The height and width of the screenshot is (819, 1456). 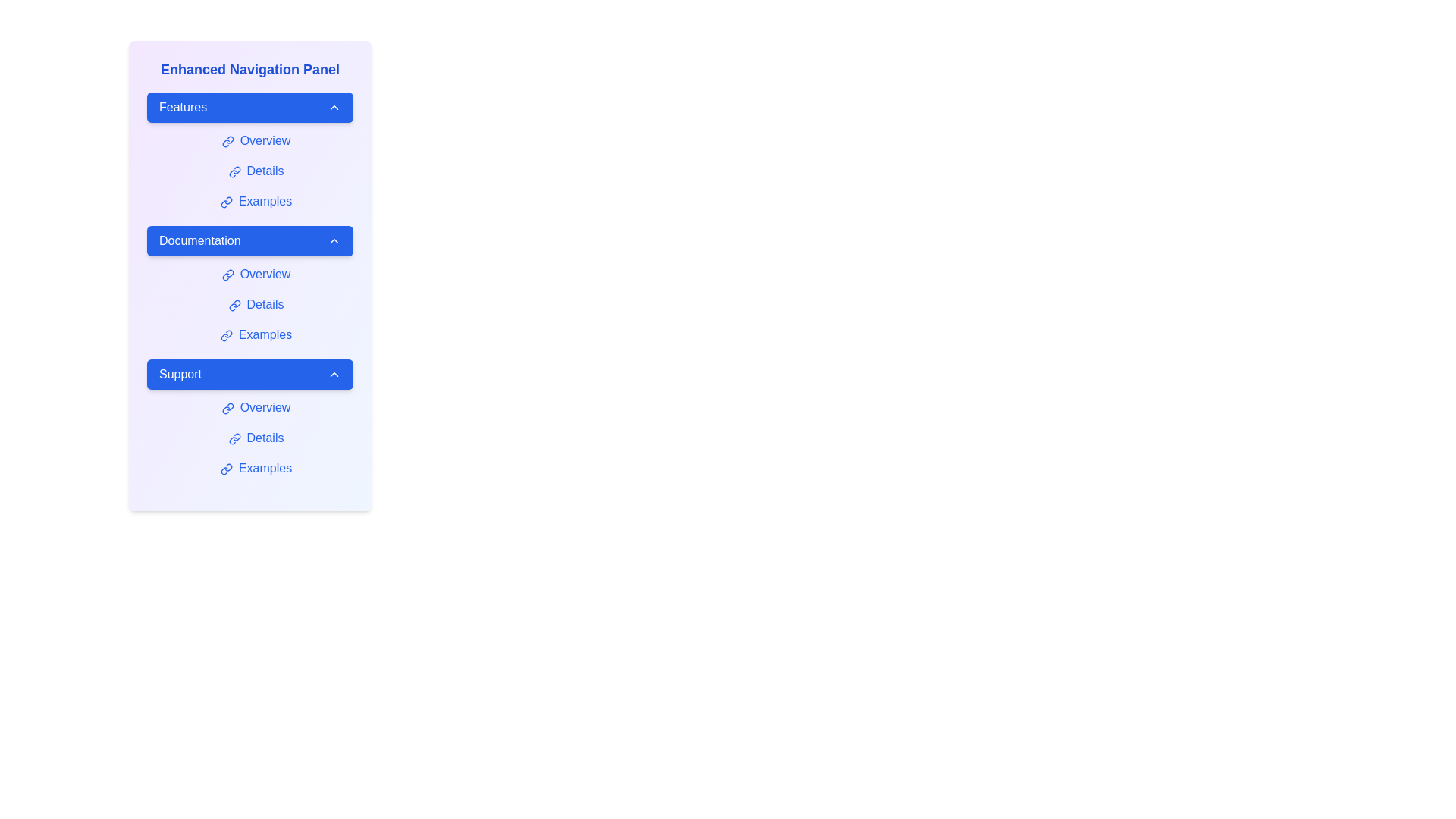 I want to click on the bottom portion of the link icon located next to the 'Details' label under the 'Features' section in the navigation panel, so click(x=231, y=173).